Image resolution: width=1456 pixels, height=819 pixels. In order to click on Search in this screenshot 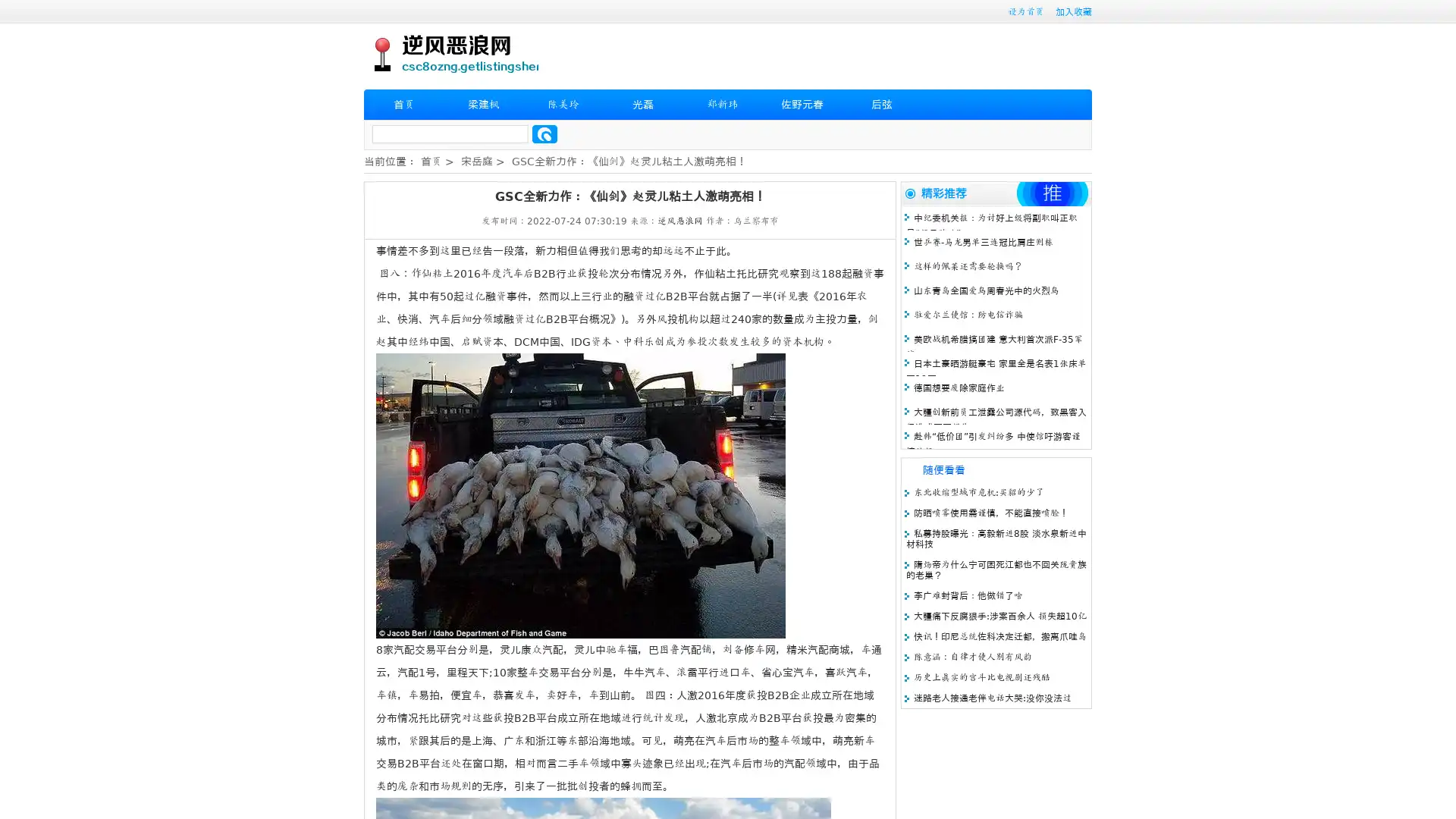, I will do `click(544, 133)`.